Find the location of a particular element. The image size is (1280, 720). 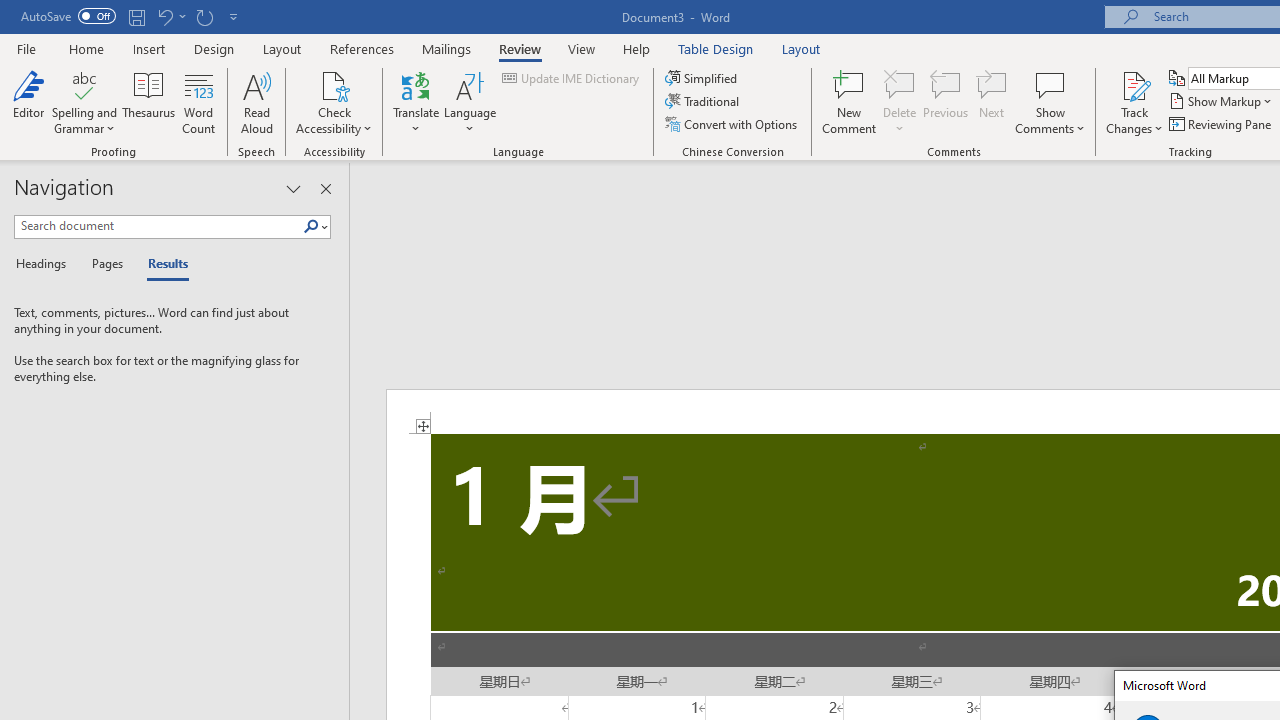

'Delete' is located at coordinates (899, 84).